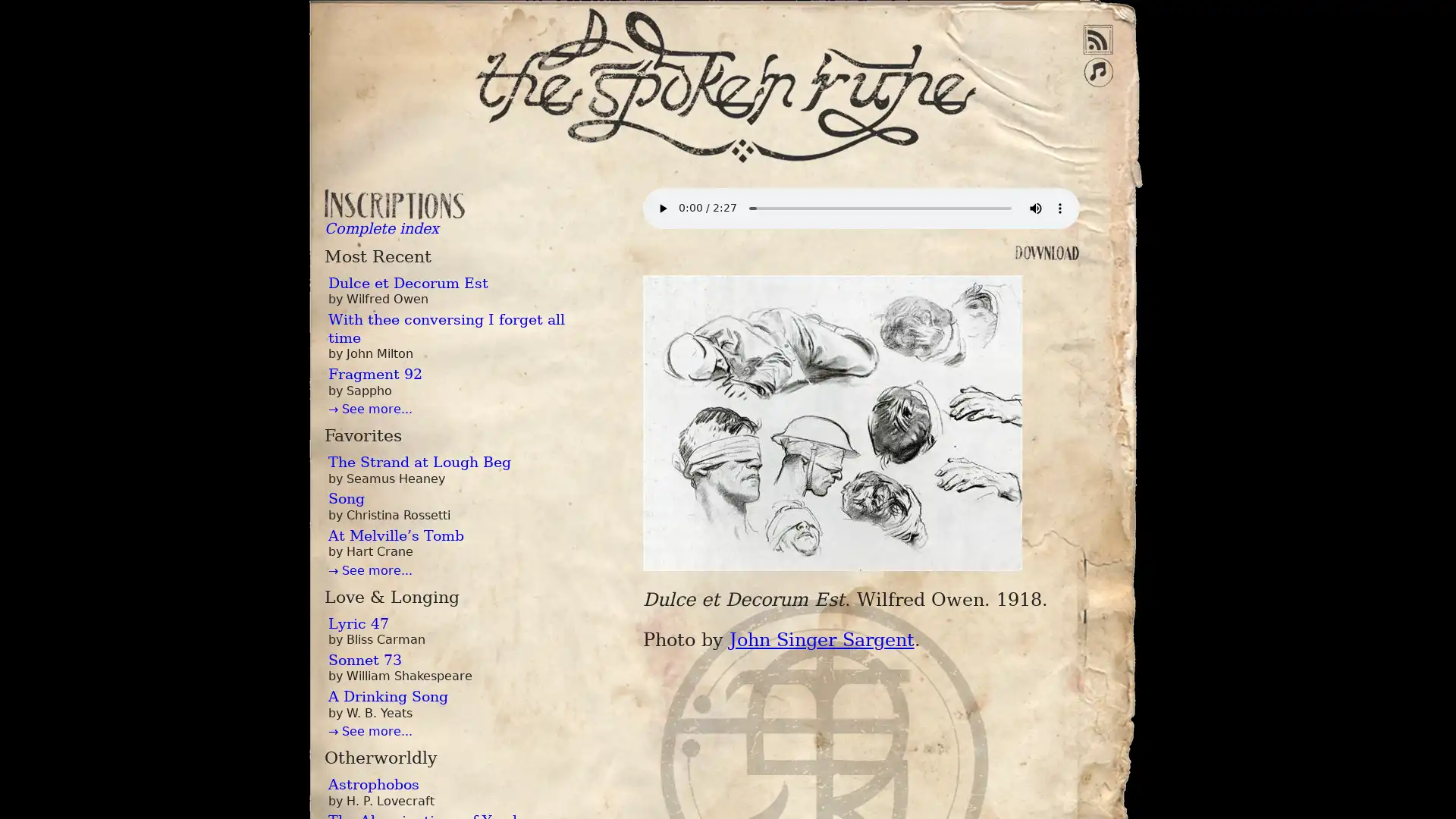 Image resolution: width=1456 pixels, height=819 pixels. What do you see at coordinates (1058, 208) in the screenshot?
I see `show more media controls` at bounding box center [1058, 208].